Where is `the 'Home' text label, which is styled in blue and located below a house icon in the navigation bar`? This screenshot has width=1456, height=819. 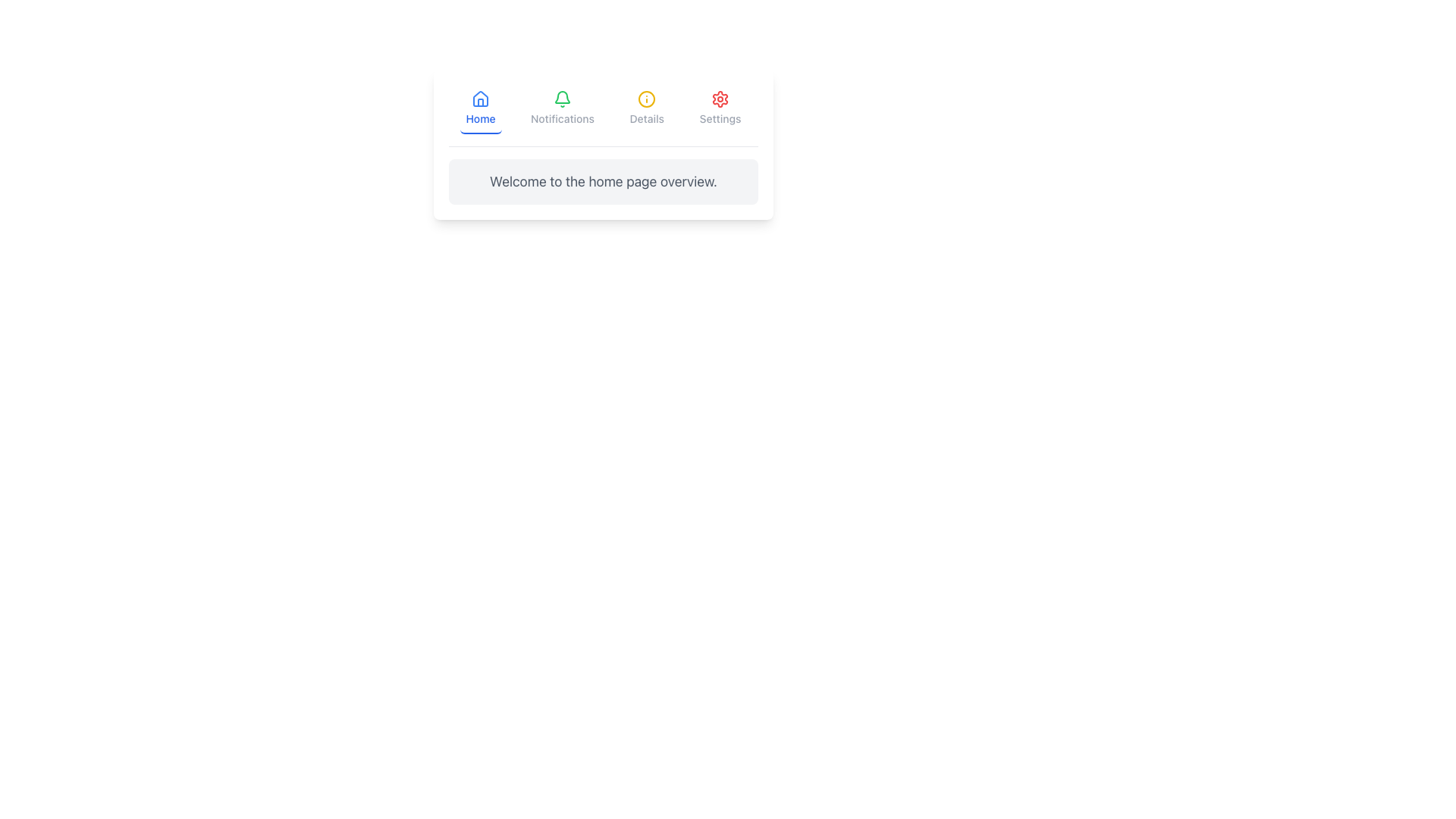 the 'Home' text label, which is styled in blue and located below a house icon in the navigation bar is located at coordinates (479, 118).